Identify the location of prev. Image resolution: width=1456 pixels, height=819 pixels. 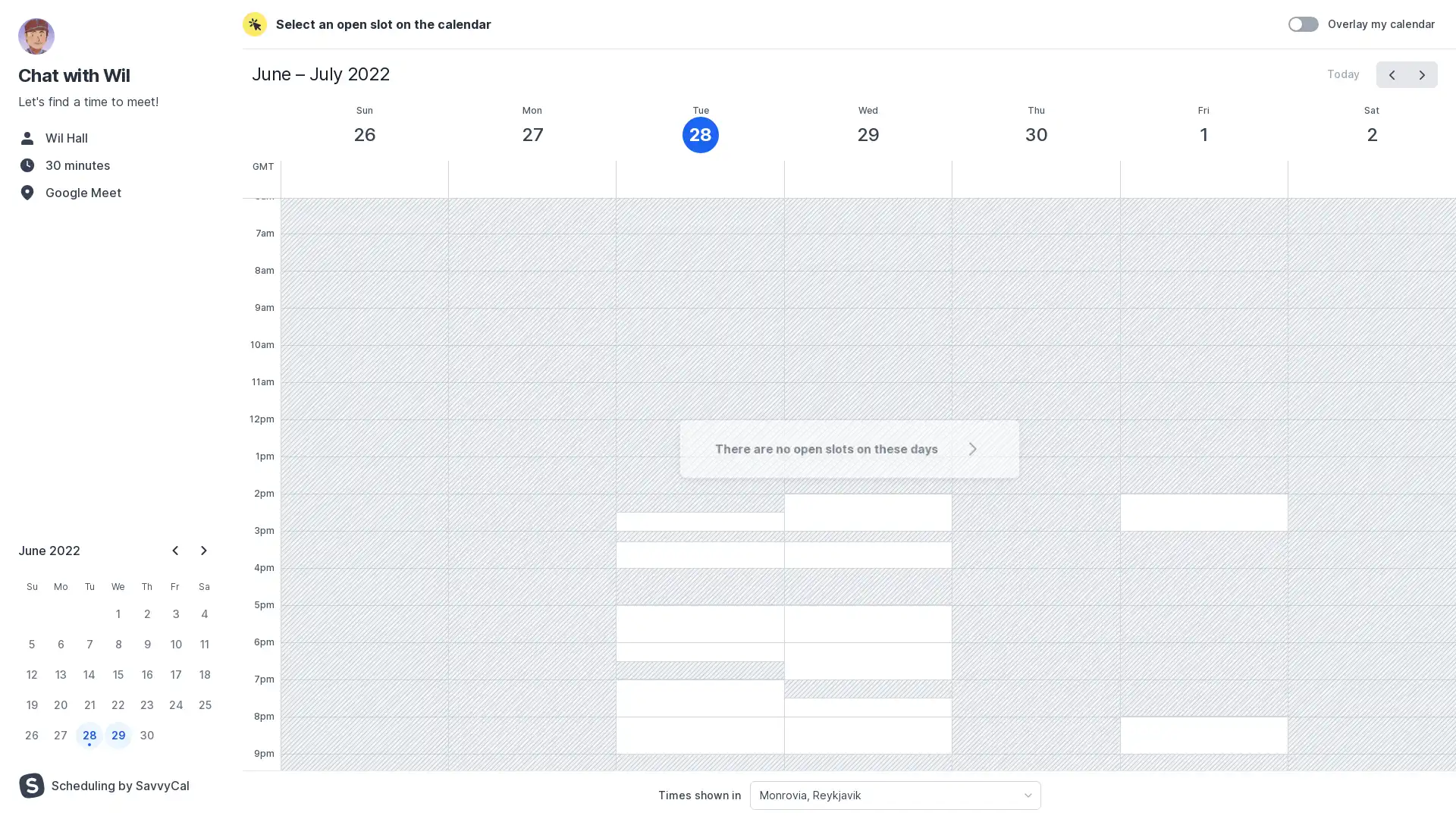
(1391, 74).